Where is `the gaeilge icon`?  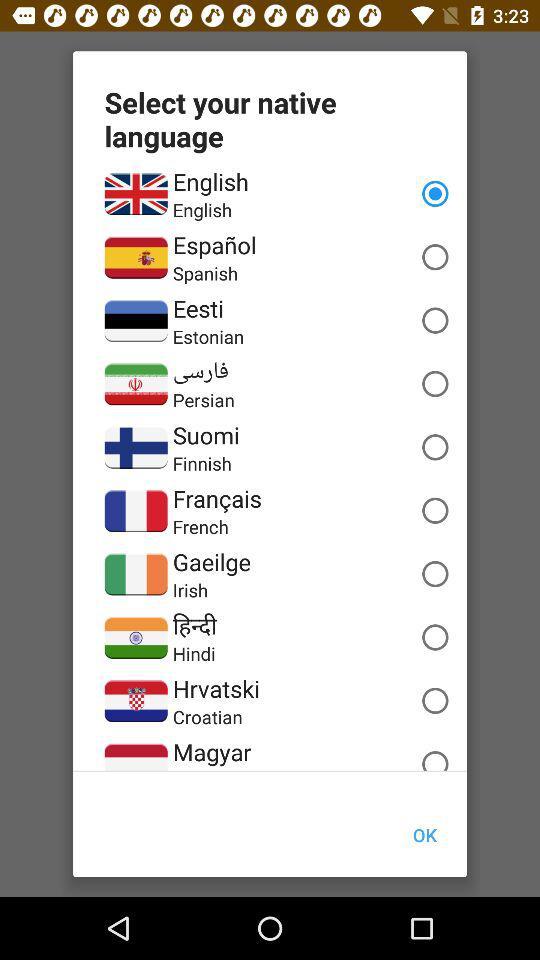
the gaeilge icon is located at coordinates (210, 561).